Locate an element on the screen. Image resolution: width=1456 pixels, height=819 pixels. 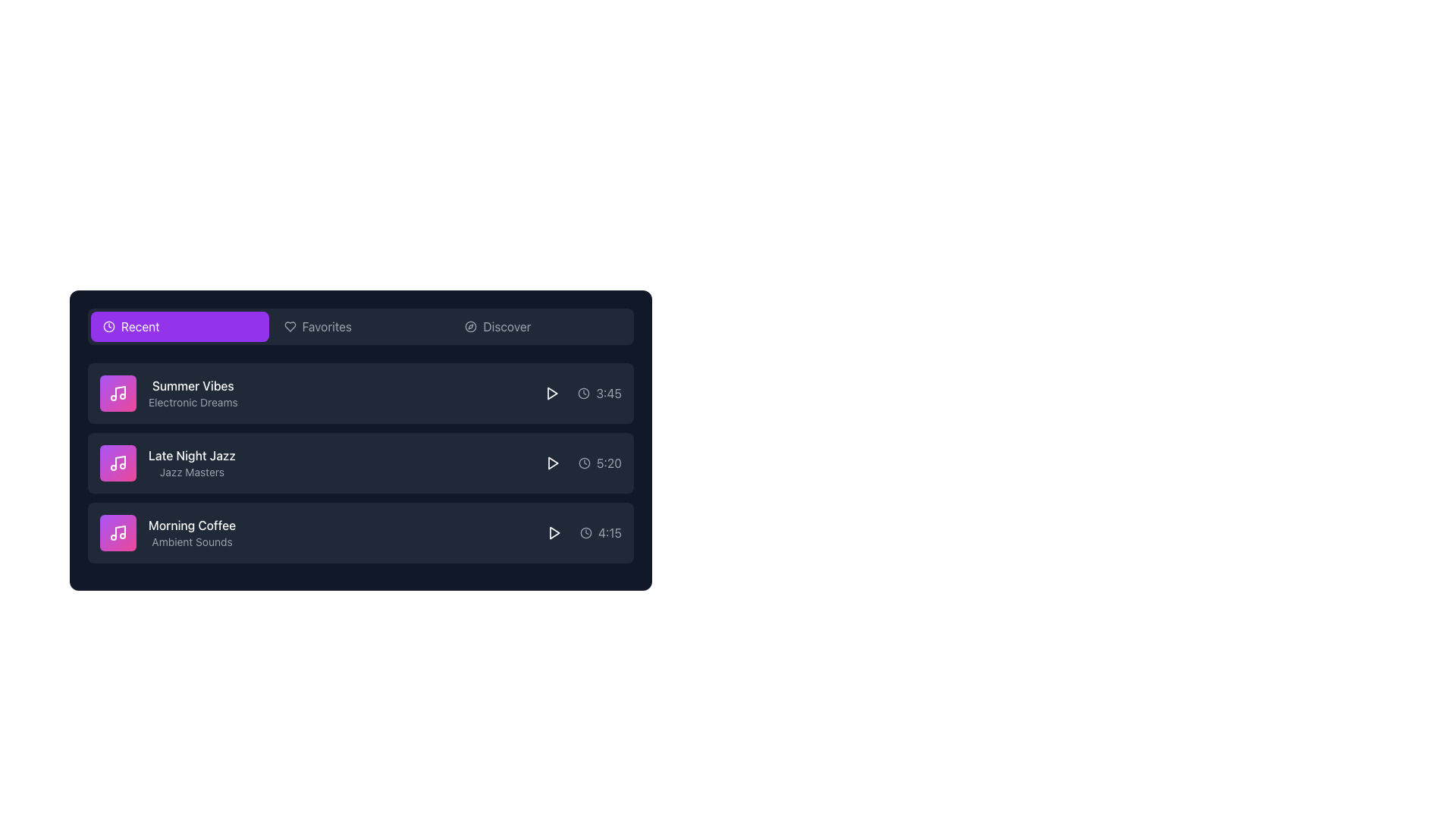
the square icon with a gradient background transitioning from purple to pink, featuring a white music note symbol, located under the 'Morning Coffee Ambient Sounds' group is located at coordinates (118, 532).